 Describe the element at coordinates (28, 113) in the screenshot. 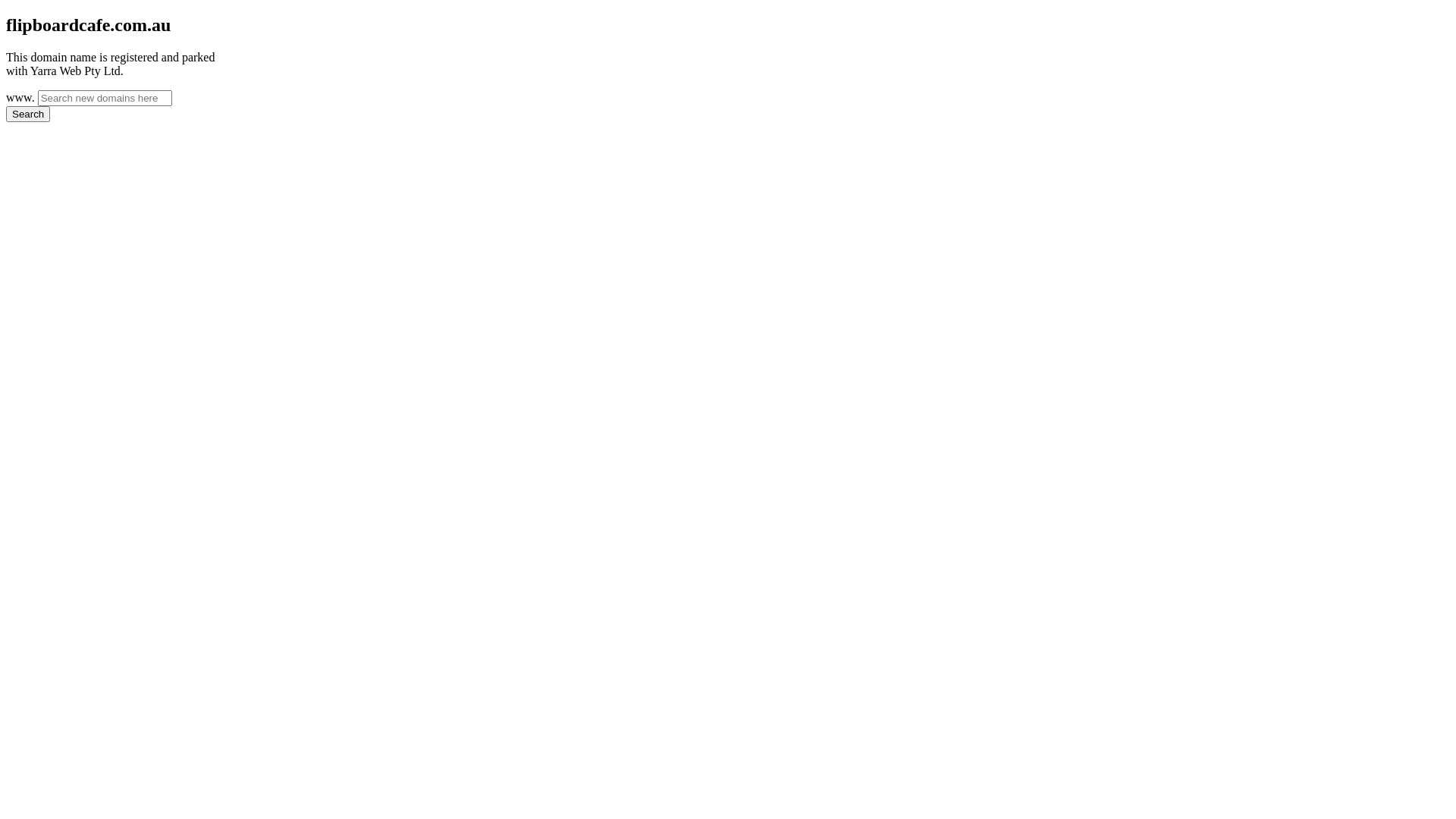

I see `'Search'` at that location.